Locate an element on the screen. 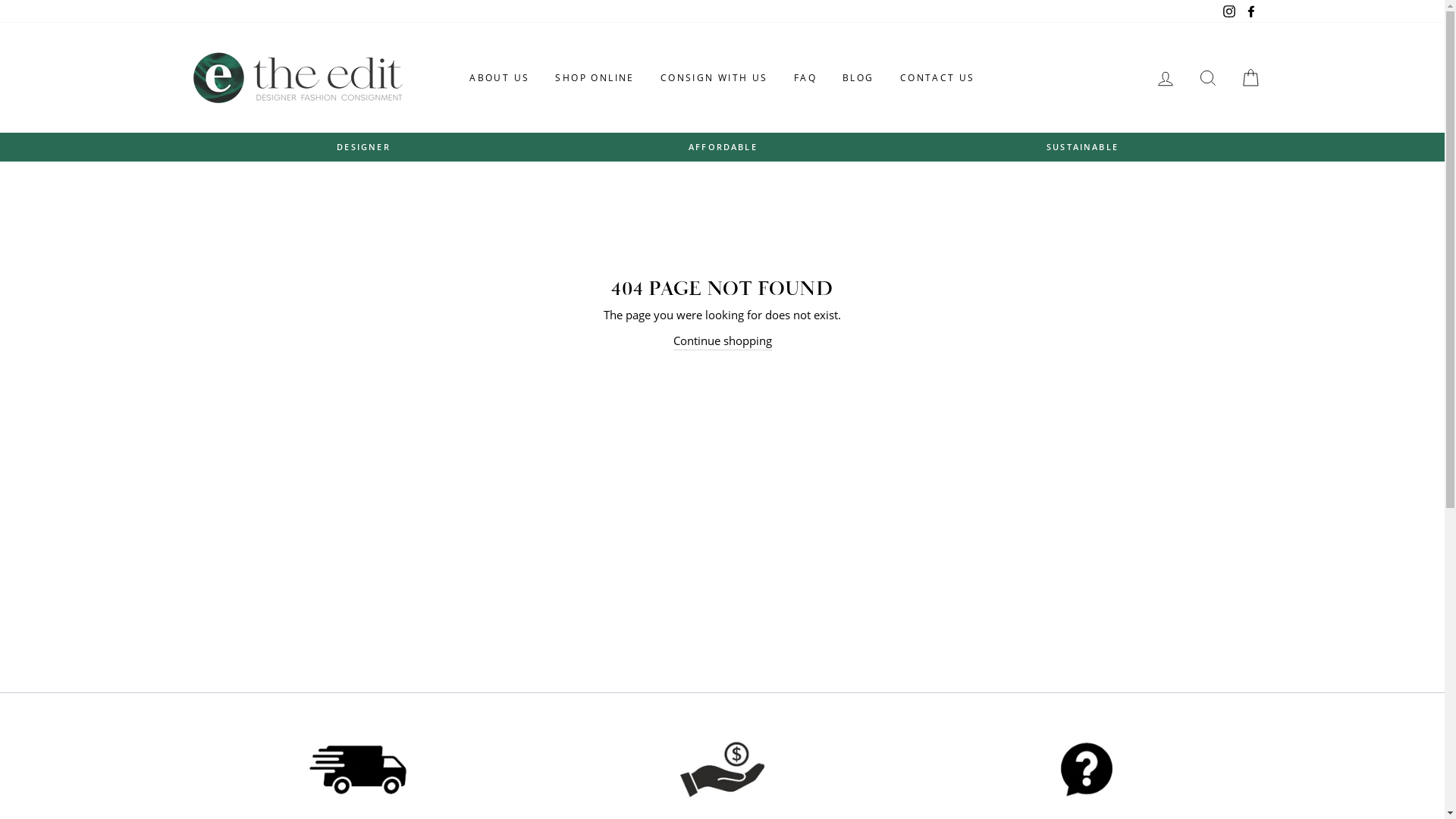 The width and height of the screenshot is (1456, 819). 'FAQ' is located at coordinates (804, 78).